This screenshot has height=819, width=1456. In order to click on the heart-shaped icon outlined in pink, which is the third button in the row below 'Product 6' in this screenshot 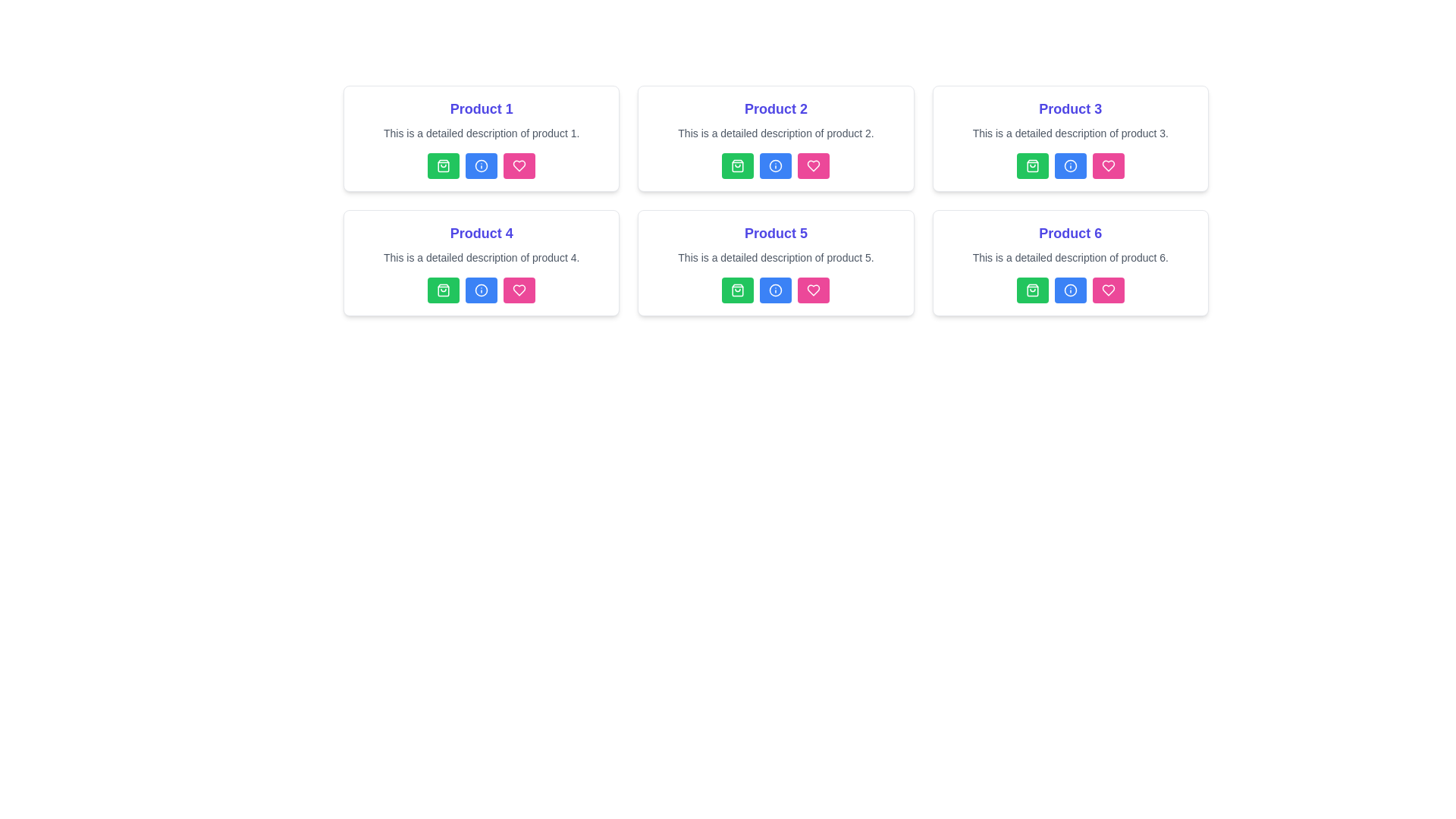, I will do `click(1108, 290)`.